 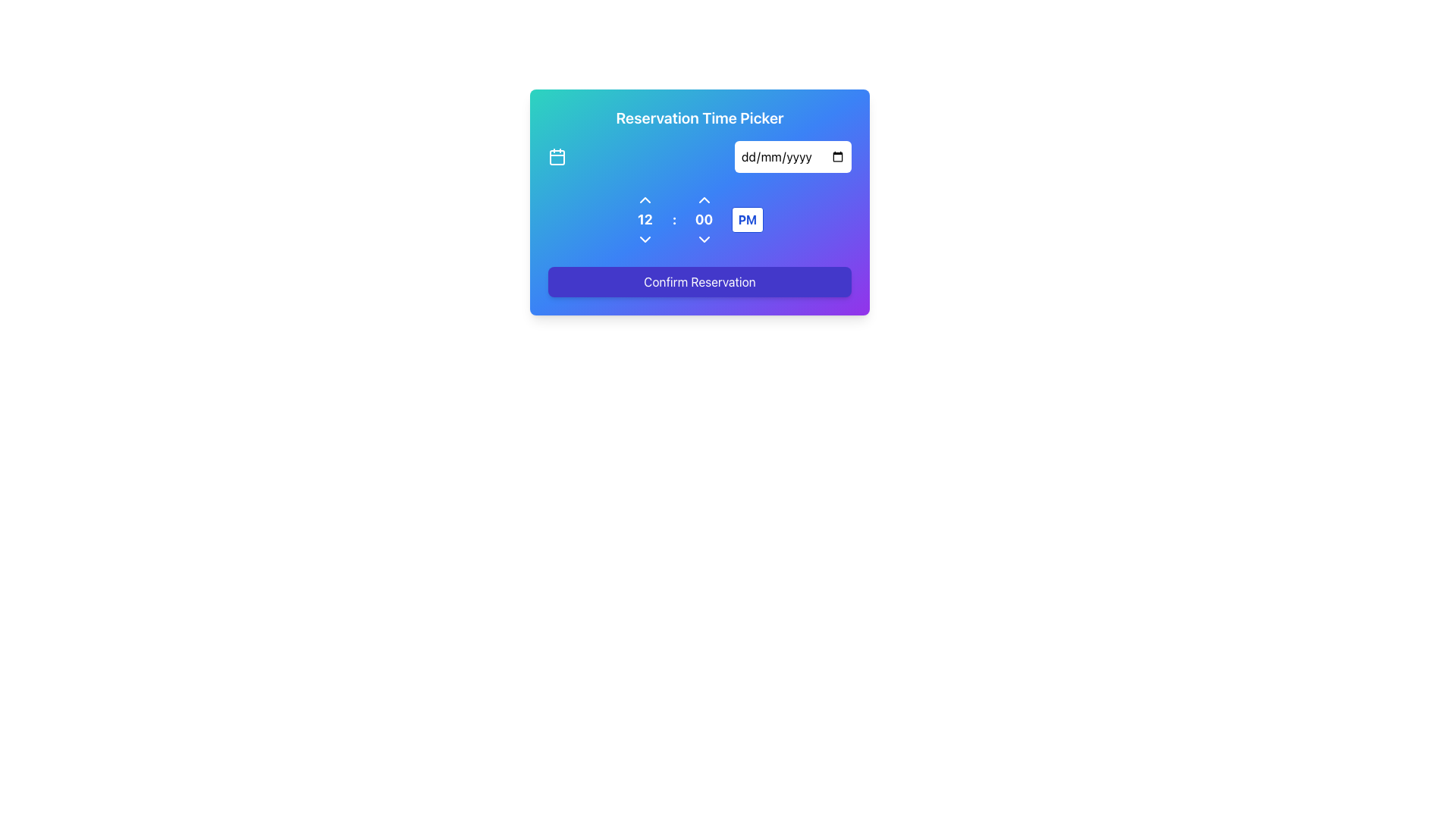 I want to click on the increment hour button located above the bold '12' text in the time picker interface, so click(x=645, y=199).